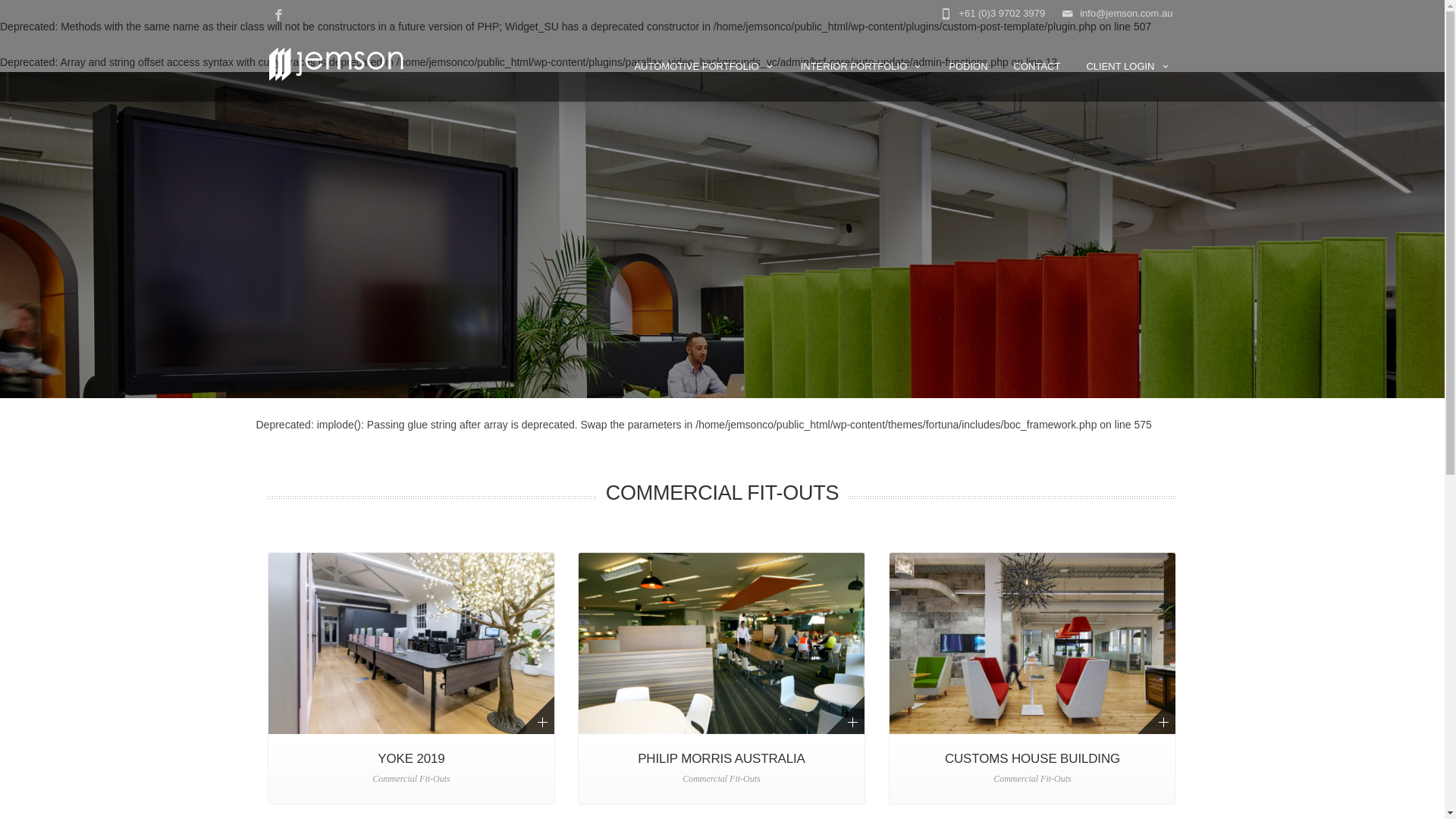  What do you see at coordinates (862, 64) in the screenshot?
I see `'INTERIOR PORTFOLIO'` at bounding box center [862, 64].